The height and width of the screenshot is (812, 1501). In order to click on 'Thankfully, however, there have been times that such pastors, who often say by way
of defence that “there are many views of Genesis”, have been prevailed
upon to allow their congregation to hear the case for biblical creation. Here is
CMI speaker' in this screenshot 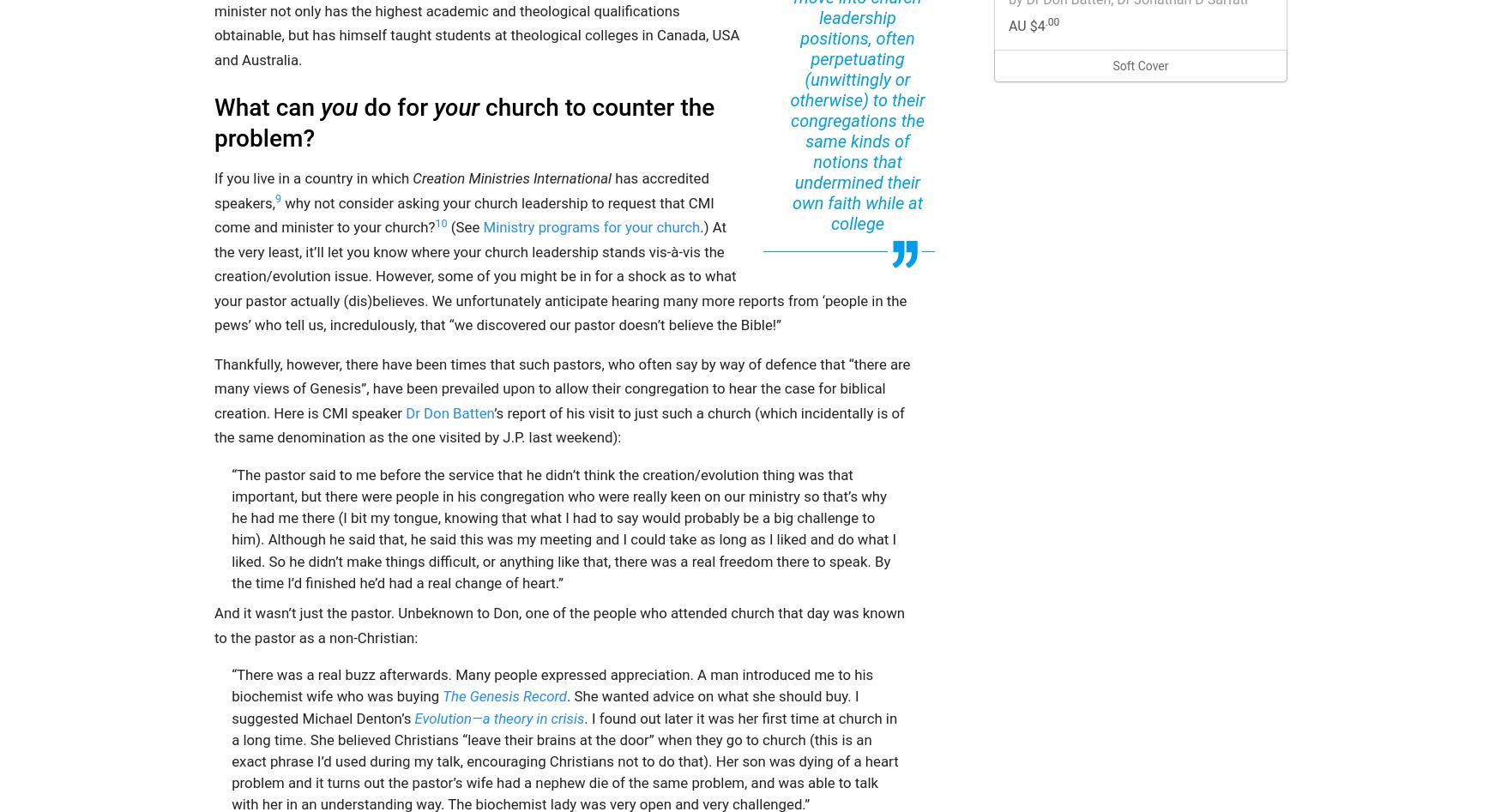, I will do `click(561, 388)`.